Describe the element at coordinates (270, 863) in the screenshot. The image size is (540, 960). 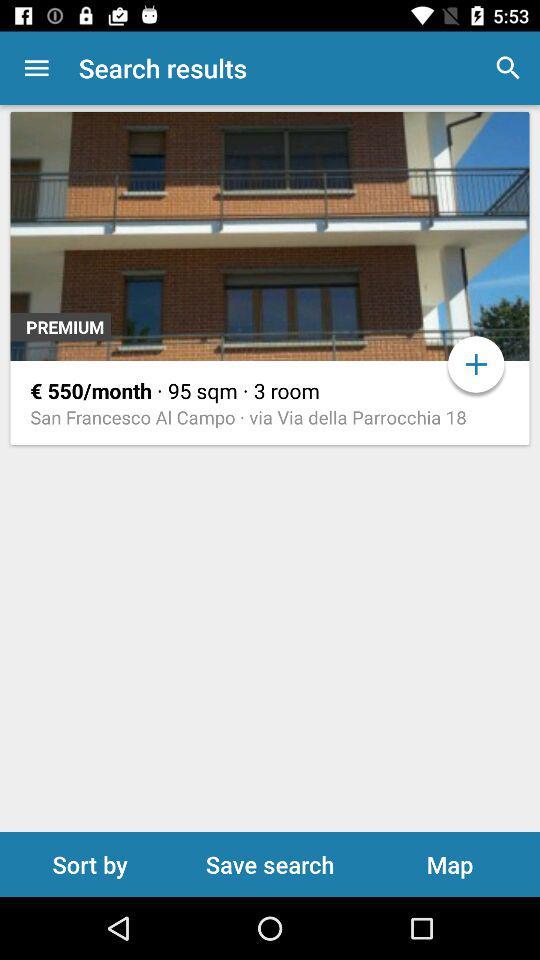
I see `the icon below the san francesco al item` at that location.